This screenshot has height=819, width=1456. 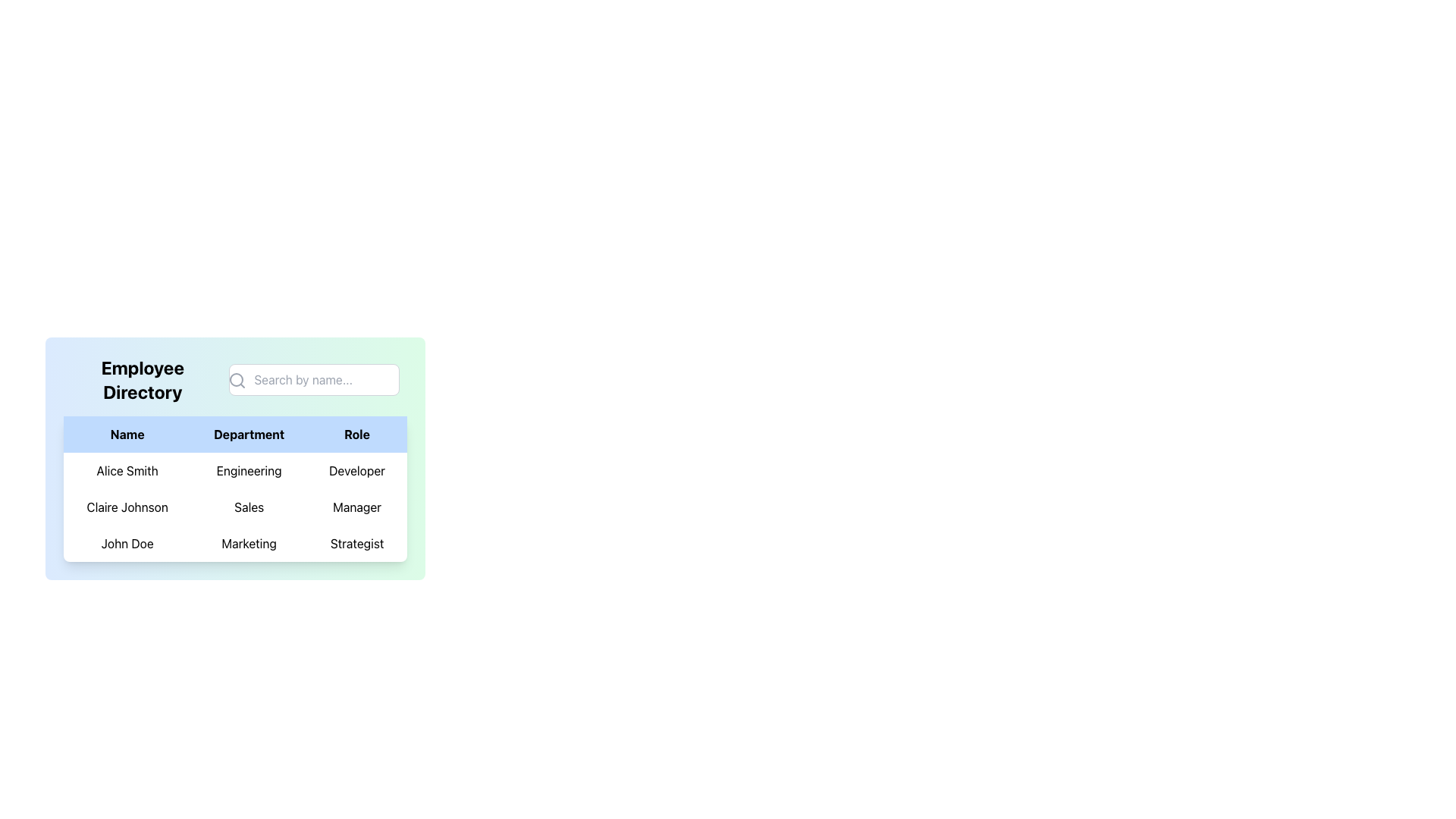 What do you see at coordinates (249, 470) in the screenshot?
I see `the static text element representing the department of 'Alice Smith' in the employee directory table` at bounding box center [249, 470].